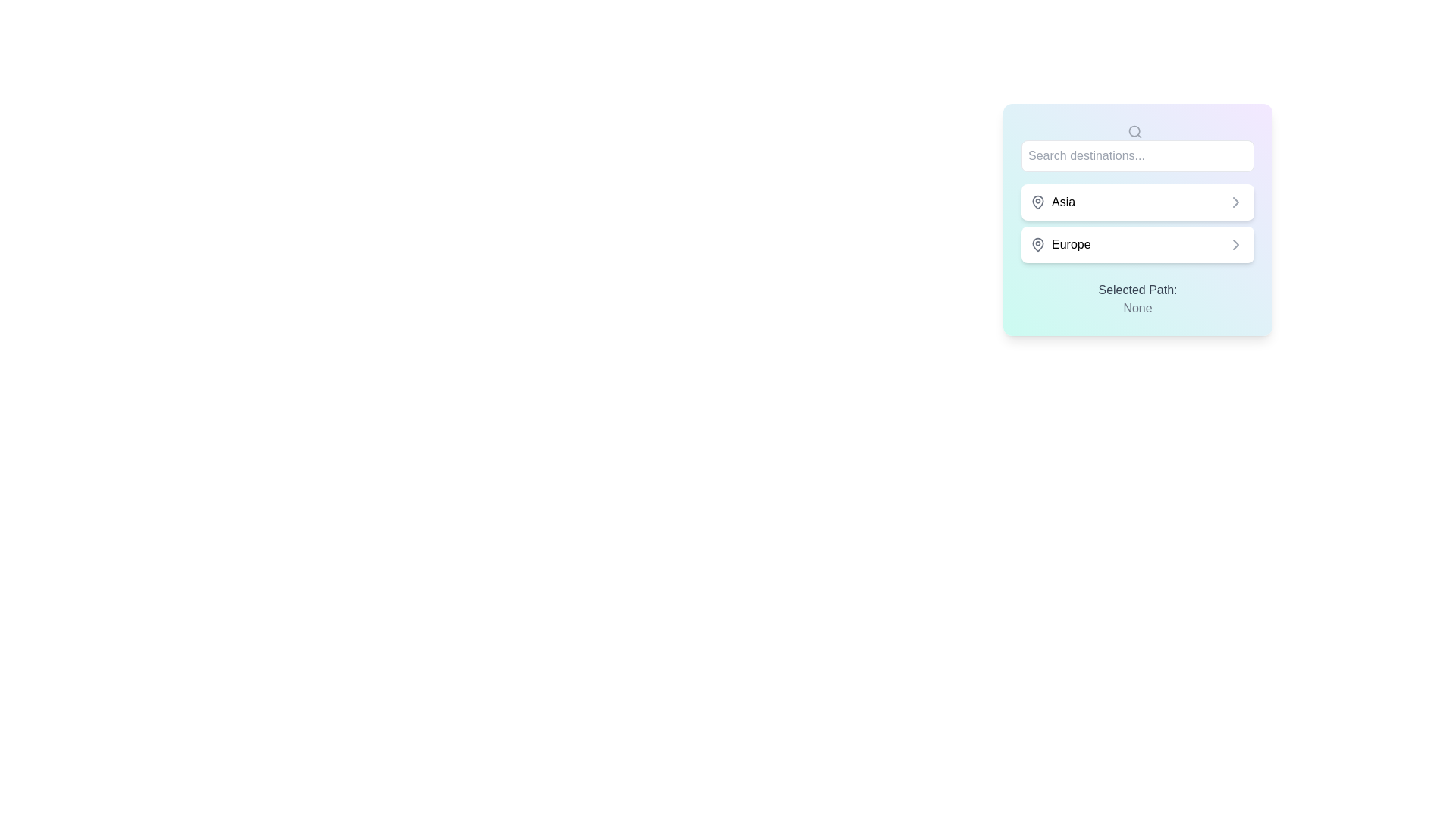 The image size is (1456, 819). What do you see at coordinates (1236, 244) in the screenshot?
I see `the chevron-right icon, which is an outlined arrow icon located to the right of the 'Europe' text under the 'Search destinations' heading` at bounding box center [1236, 244].